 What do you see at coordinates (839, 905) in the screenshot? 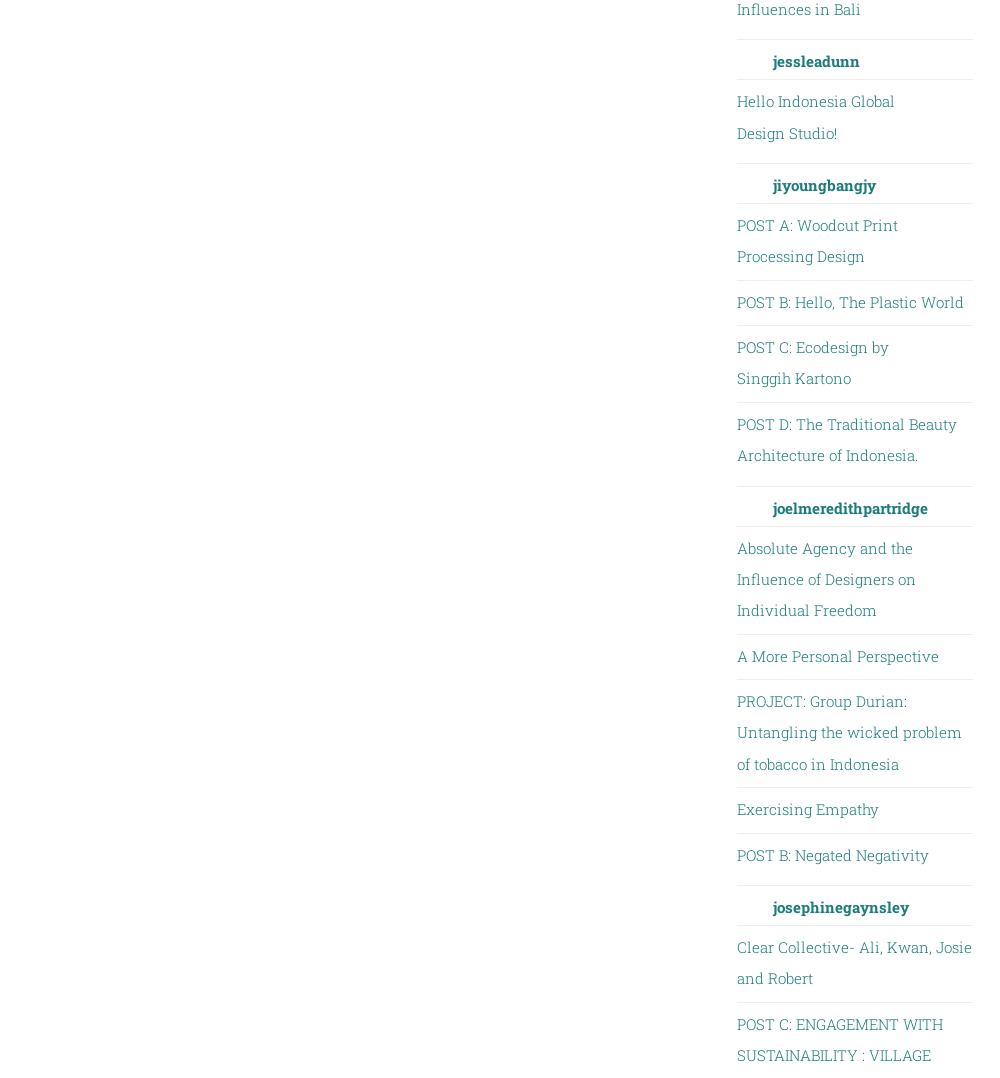
I see `'josephinegaynsley'` at bounding box center [839, 905].